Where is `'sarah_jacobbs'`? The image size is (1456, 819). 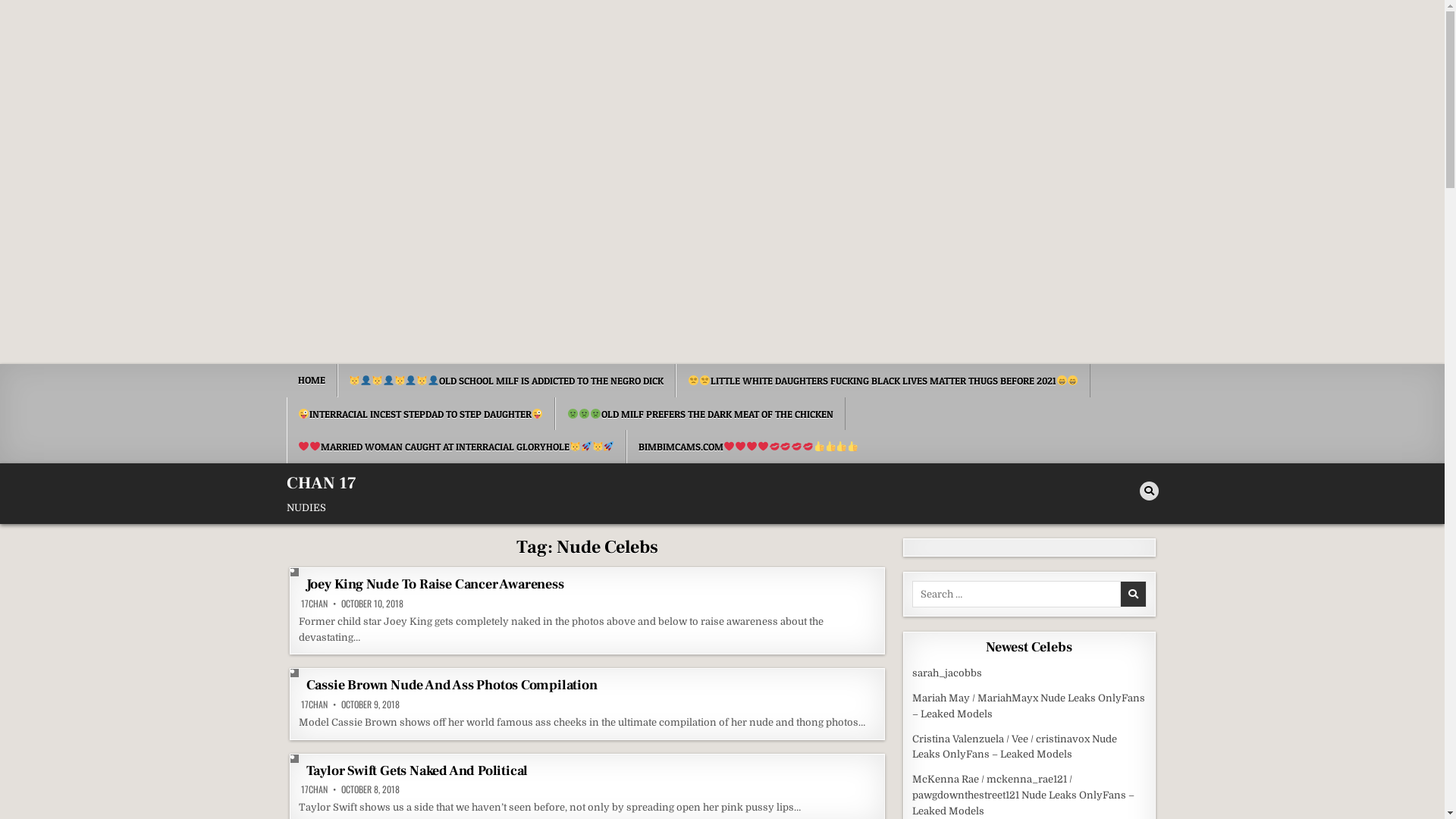 'sarah_jacobbs' is located at coordinates (946, 672).